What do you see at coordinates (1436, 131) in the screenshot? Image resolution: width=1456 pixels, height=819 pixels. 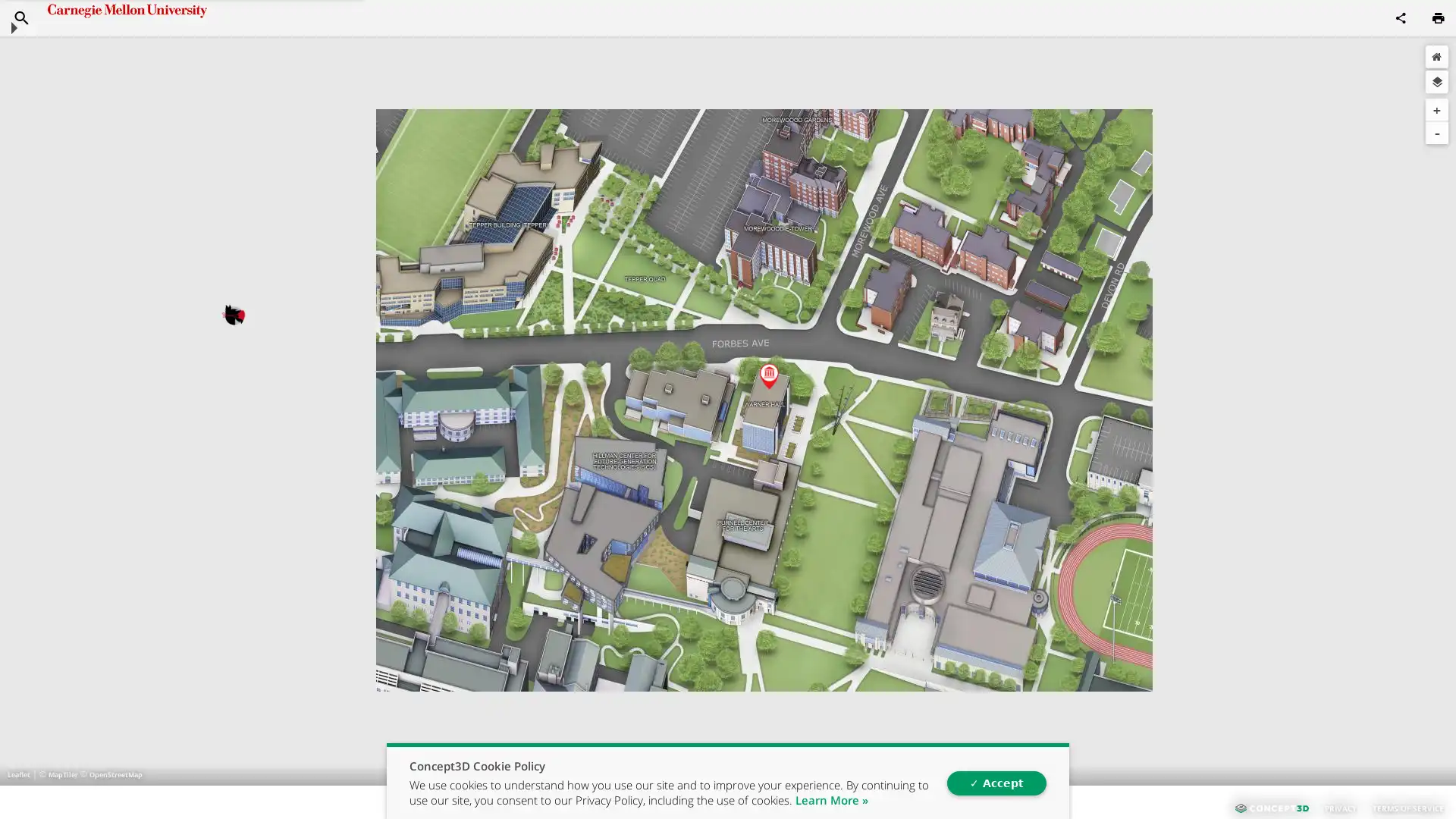 I see `Zoom out` at bounding box center [1436, 131].